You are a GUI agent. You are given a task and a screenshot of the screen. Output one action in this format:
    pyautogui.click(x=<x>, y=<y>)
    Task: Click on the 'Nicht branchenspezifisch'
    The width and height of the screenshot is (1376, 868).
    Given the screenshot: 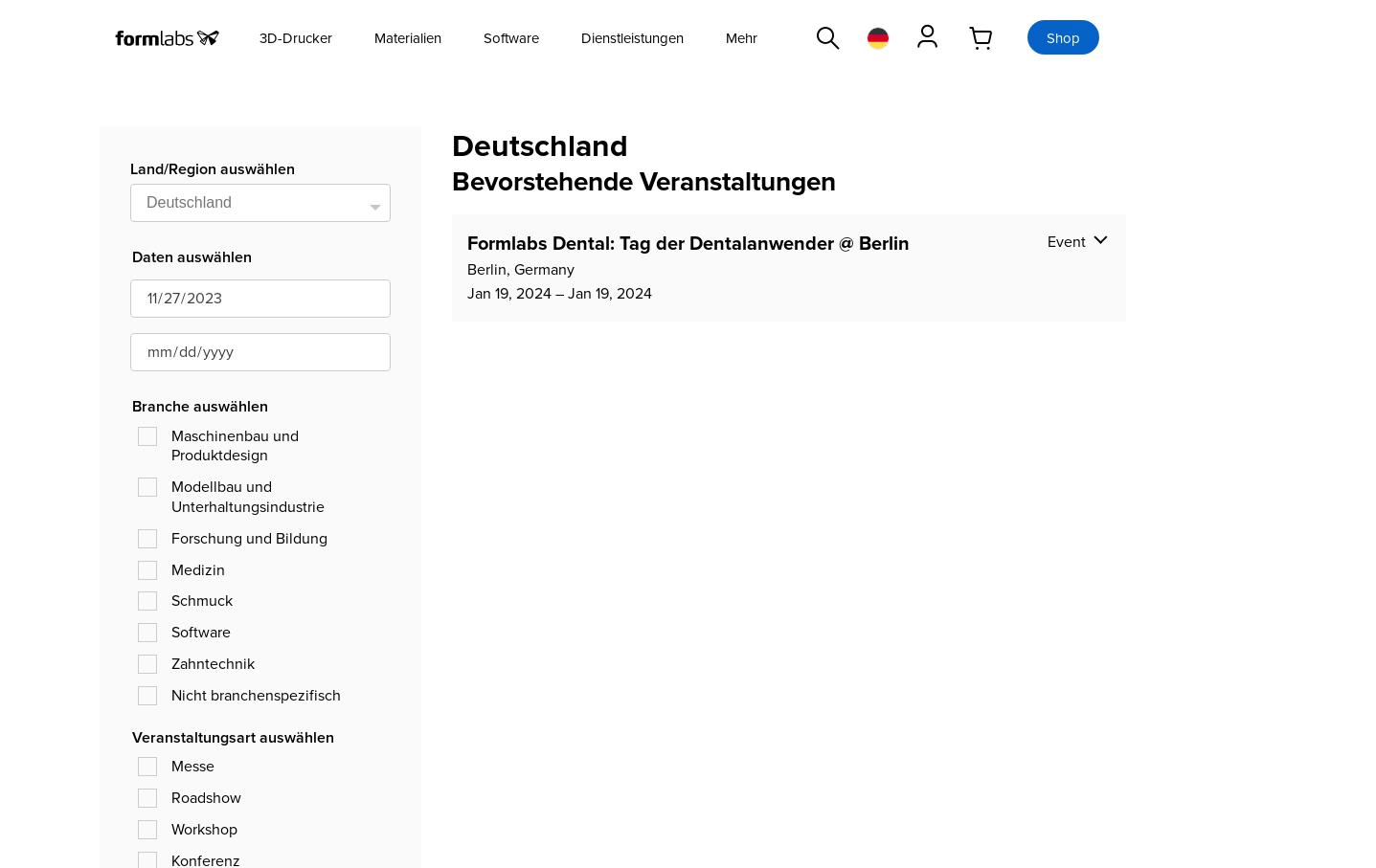 What is the action you would take?
    pyautogui.click(x=256, y=694)
    